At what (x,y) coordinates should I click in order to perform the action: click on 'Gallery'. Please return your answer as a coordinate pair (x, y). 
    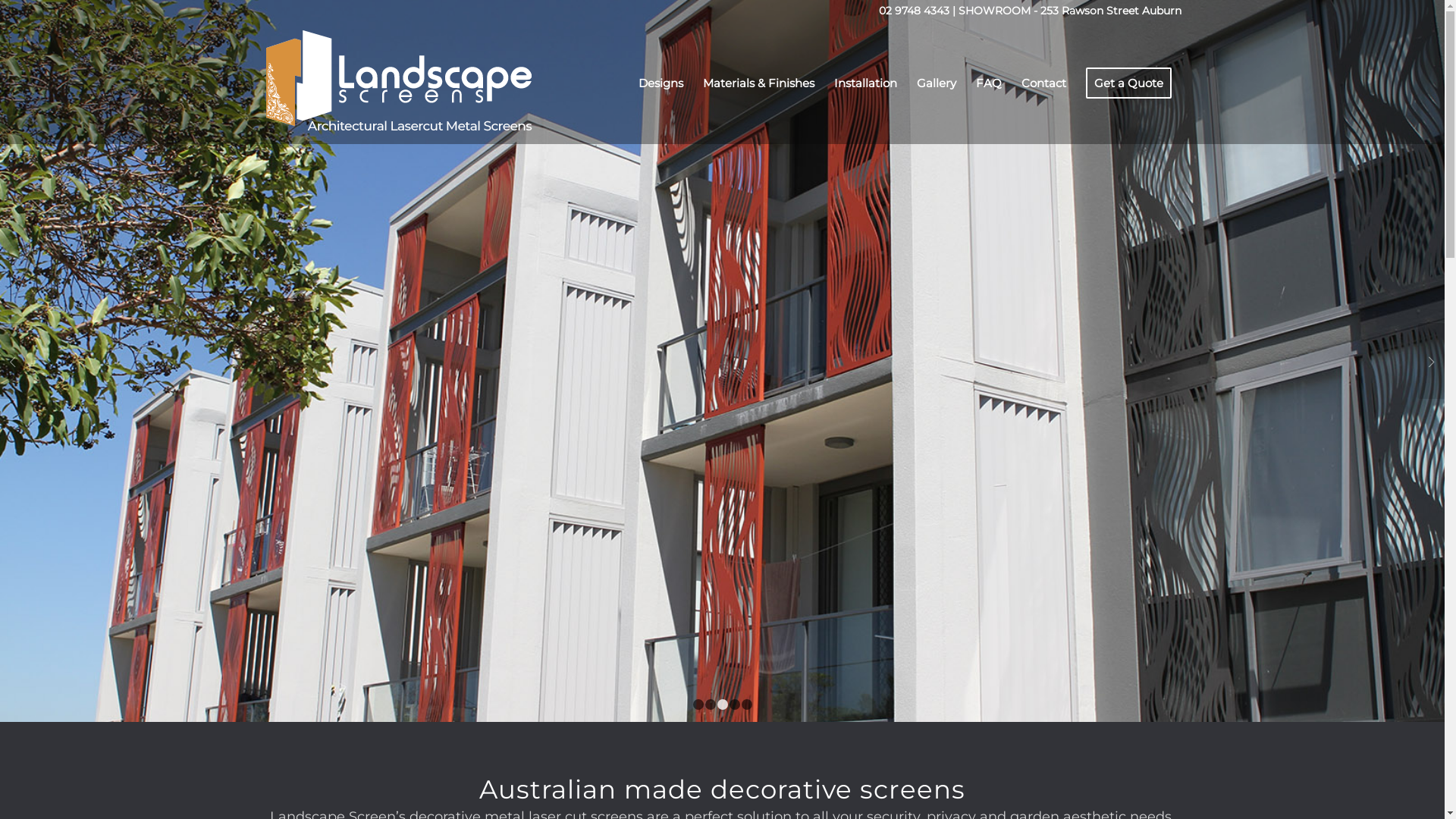
    Looking at the image, I should click on (935, 83).